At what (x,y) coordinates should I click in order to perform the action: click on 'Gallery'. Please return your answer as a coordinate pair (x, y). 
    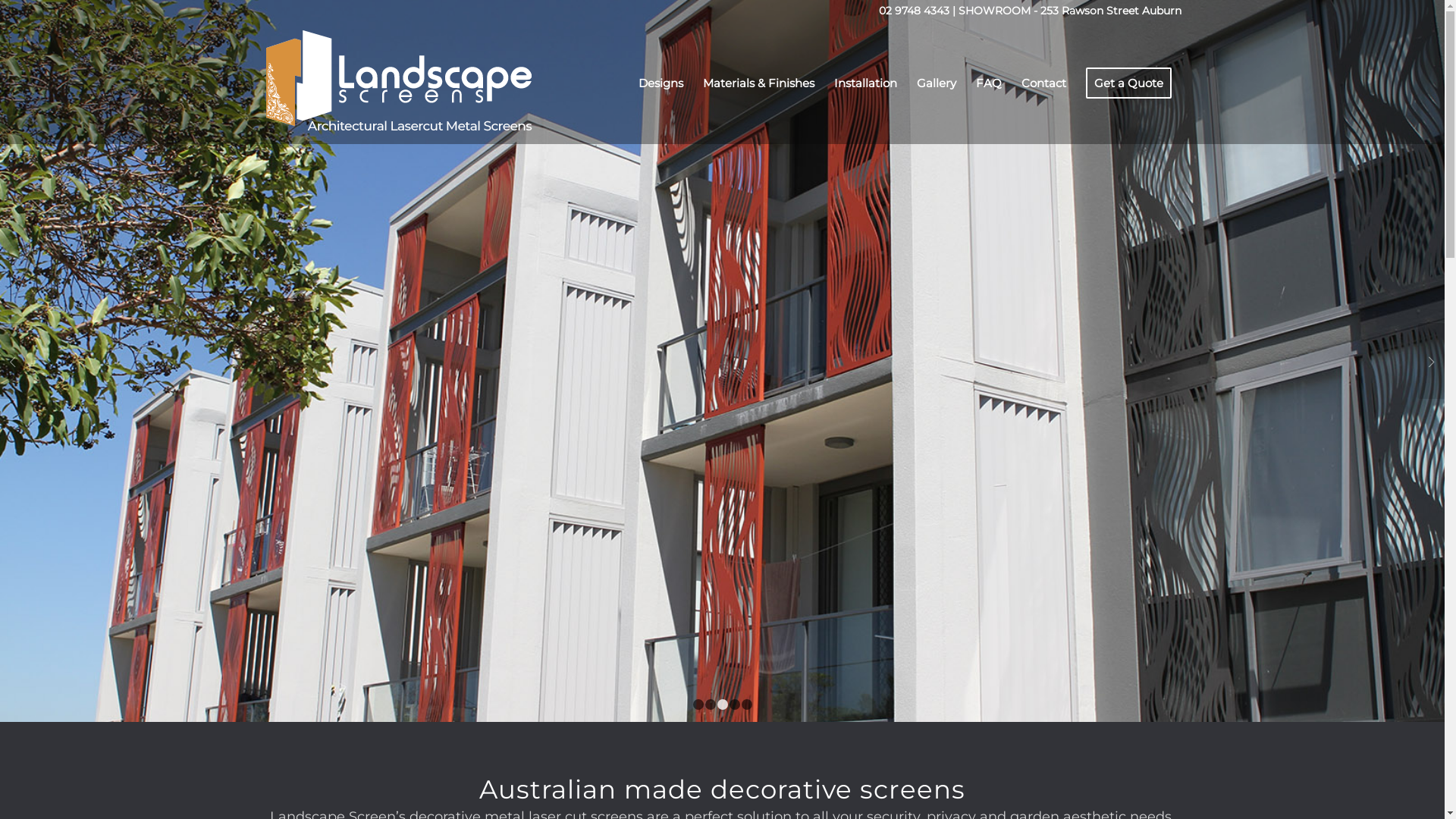
    Looking at the image, I should click on (935, 83).